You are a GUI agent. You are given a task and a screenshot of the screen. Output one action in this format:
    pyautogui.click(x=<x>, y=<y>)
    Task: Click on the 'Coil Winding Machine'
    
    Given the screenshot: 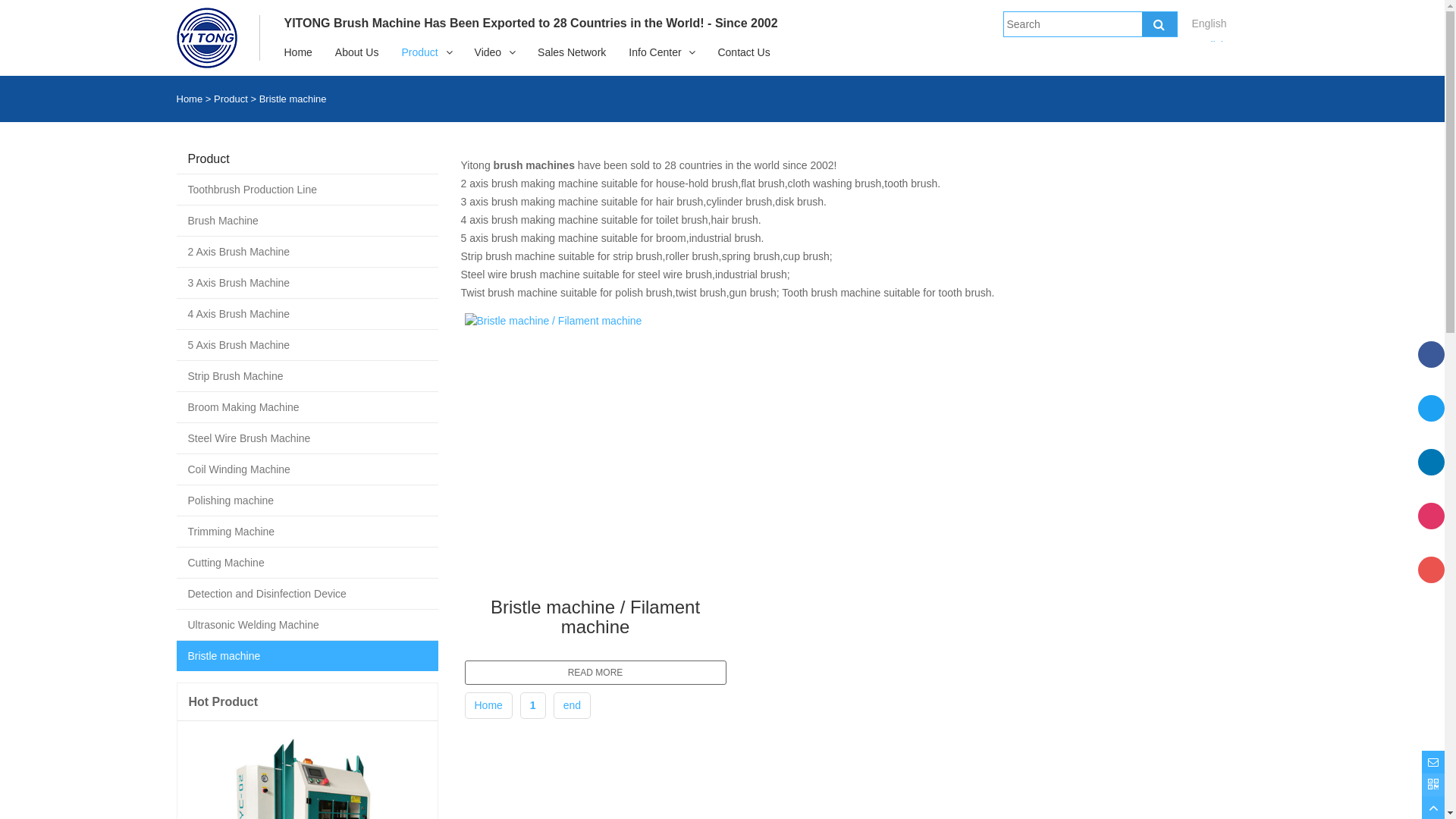 What is the action you would take?
    pyautogui.click(x=175, y=468)
    